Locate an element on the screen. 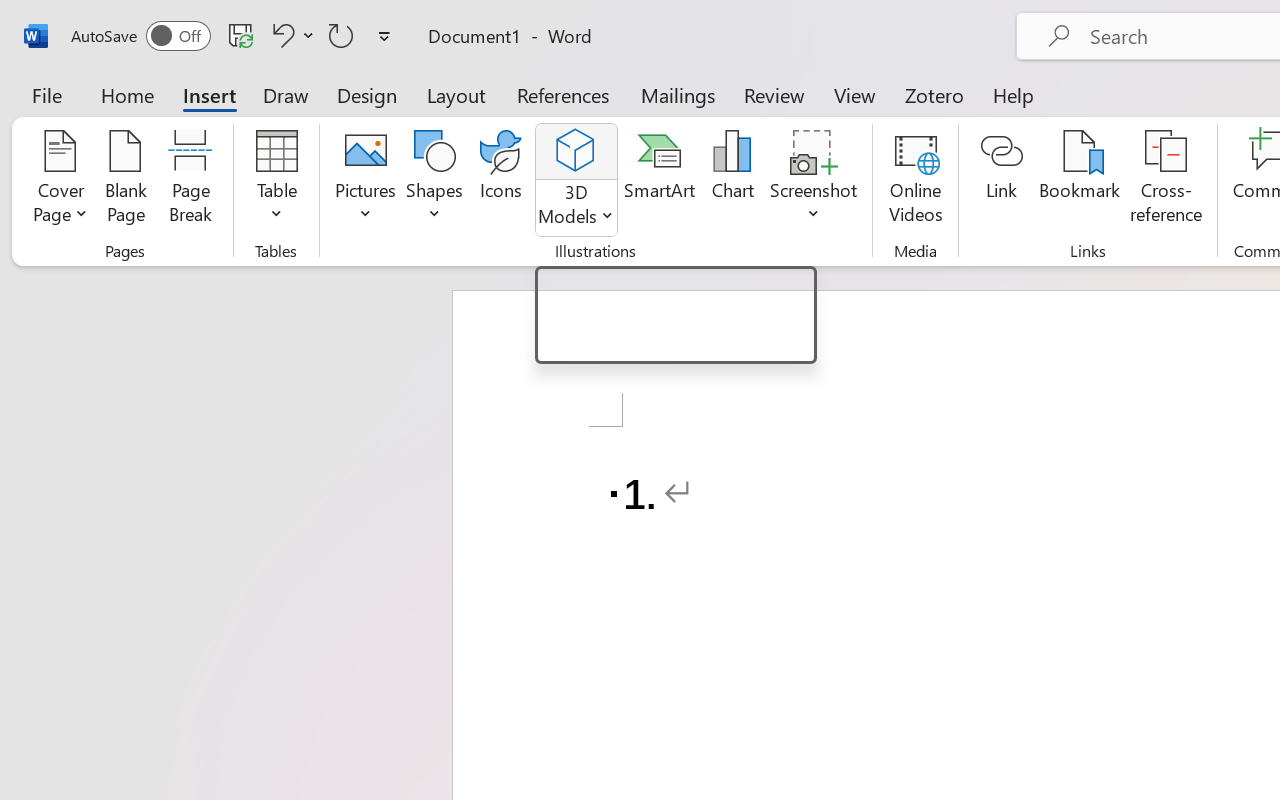 This screenshot has height=800, width=1280. 'Online Videos...' is located at coordinates (914, 179).